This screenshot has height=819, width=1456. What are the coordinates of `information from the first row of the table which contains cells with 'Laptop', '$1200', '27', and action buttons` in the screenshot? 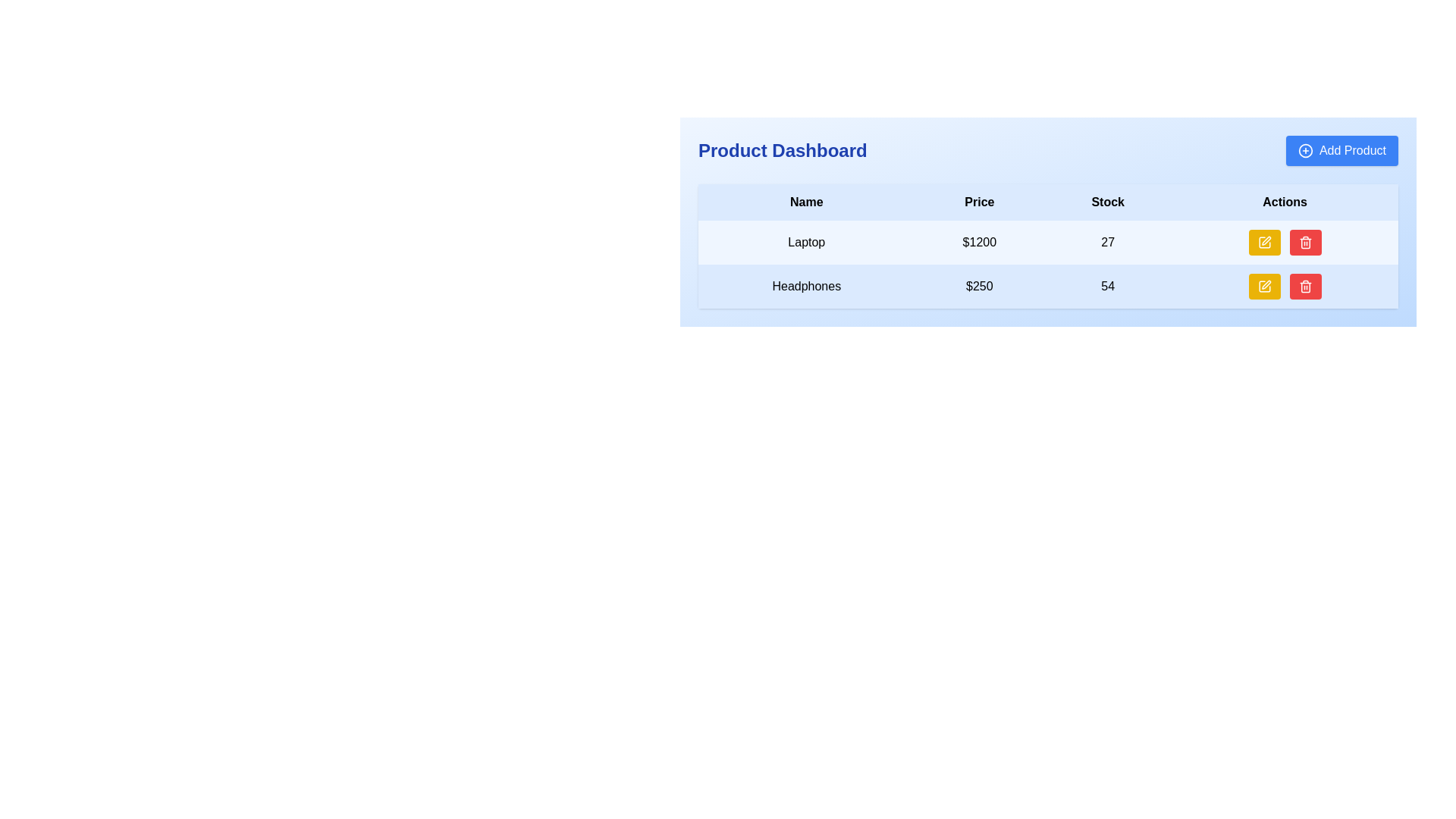 It's located at (1047, 242).